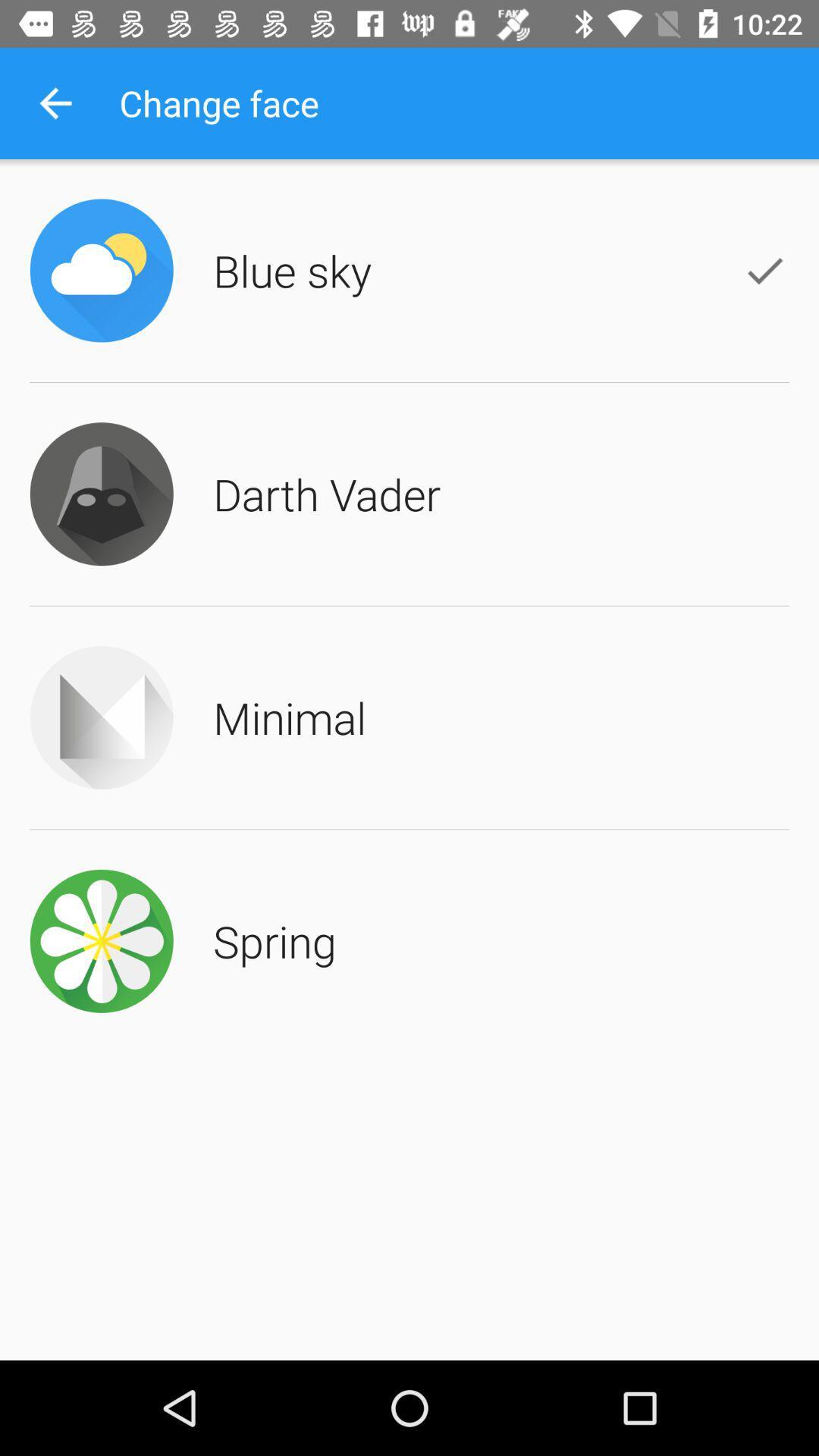 The width and height of the screenshot is (819, 1456). I want to click on the spring icon, so click(275, 940).